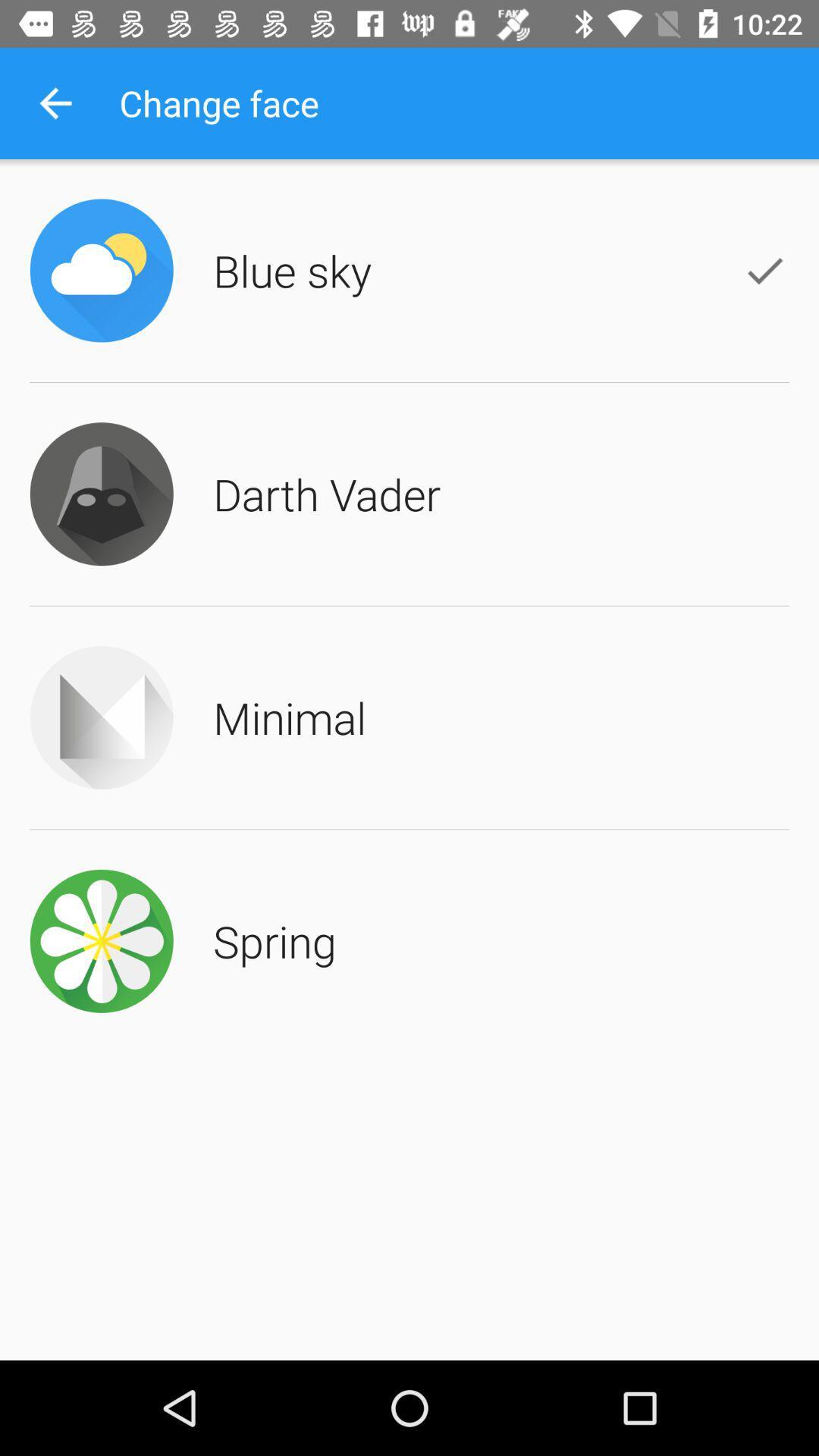 The width and height of the screenshot is (819, 1456). I want to click on the spring icon, so click(275, 940).